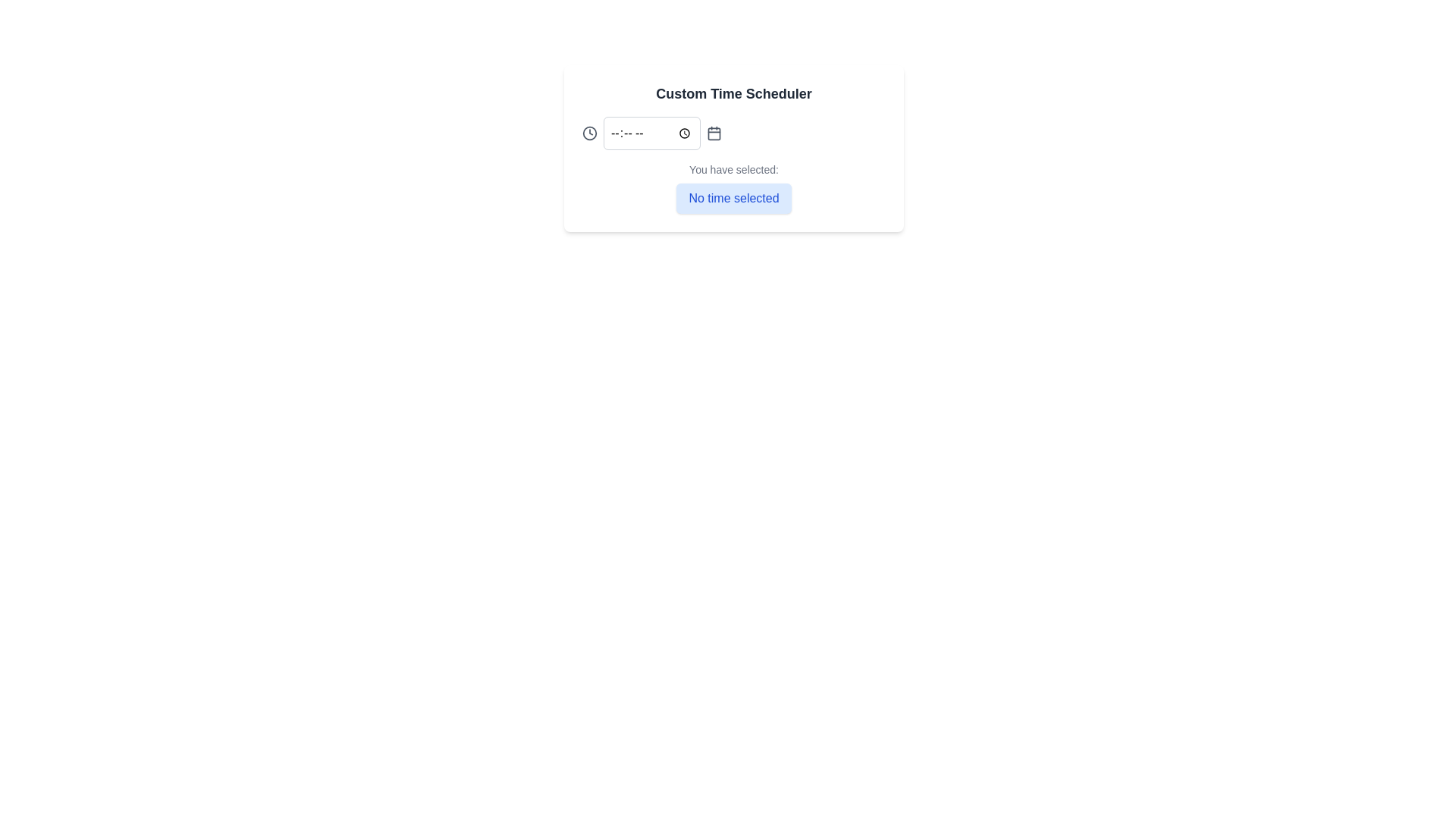  I want to click on the bold blue text label saying 'No time selected', which is centered below the 'You have selected:' label and is within a rounded box with a light blue background, so click(734, 198).